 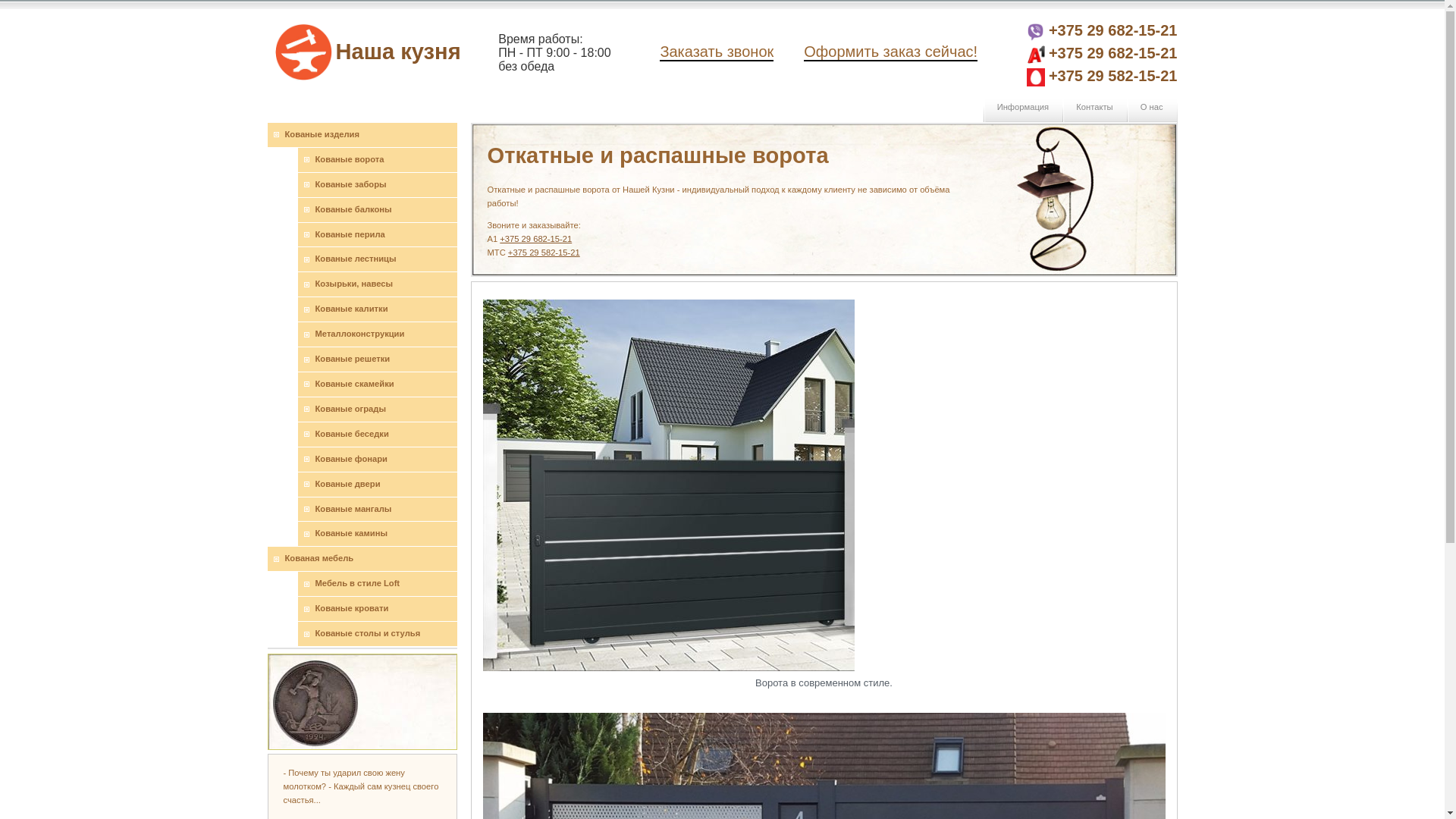 I want to click on '+375 29 582-15-21', so click(x=508, y=251).